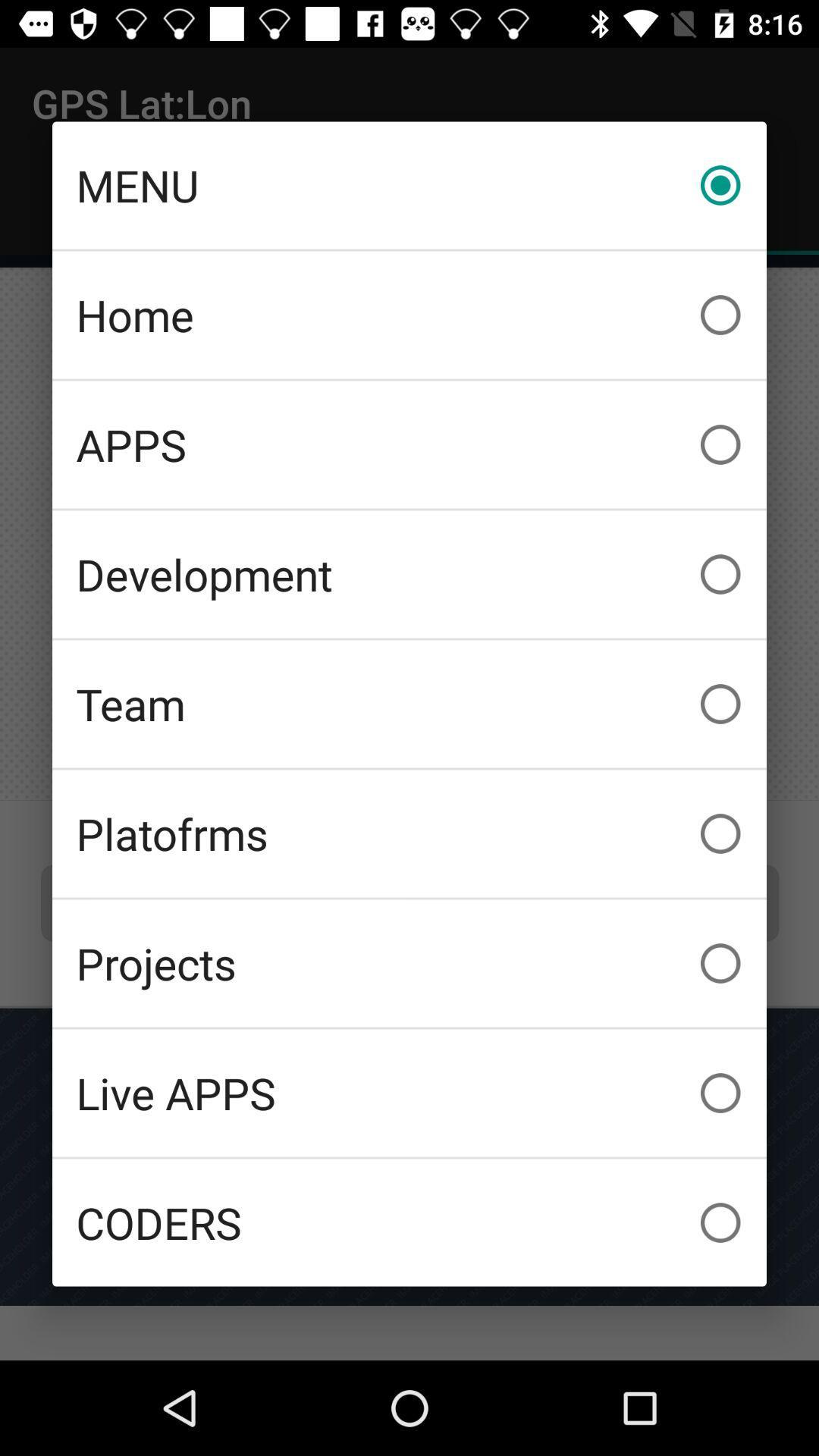 The width and height of the screenshot is (819, 1456). What do you see at coordinates (409, 314) in the screenshot?
I see `home` at bounding box center [409, 314].